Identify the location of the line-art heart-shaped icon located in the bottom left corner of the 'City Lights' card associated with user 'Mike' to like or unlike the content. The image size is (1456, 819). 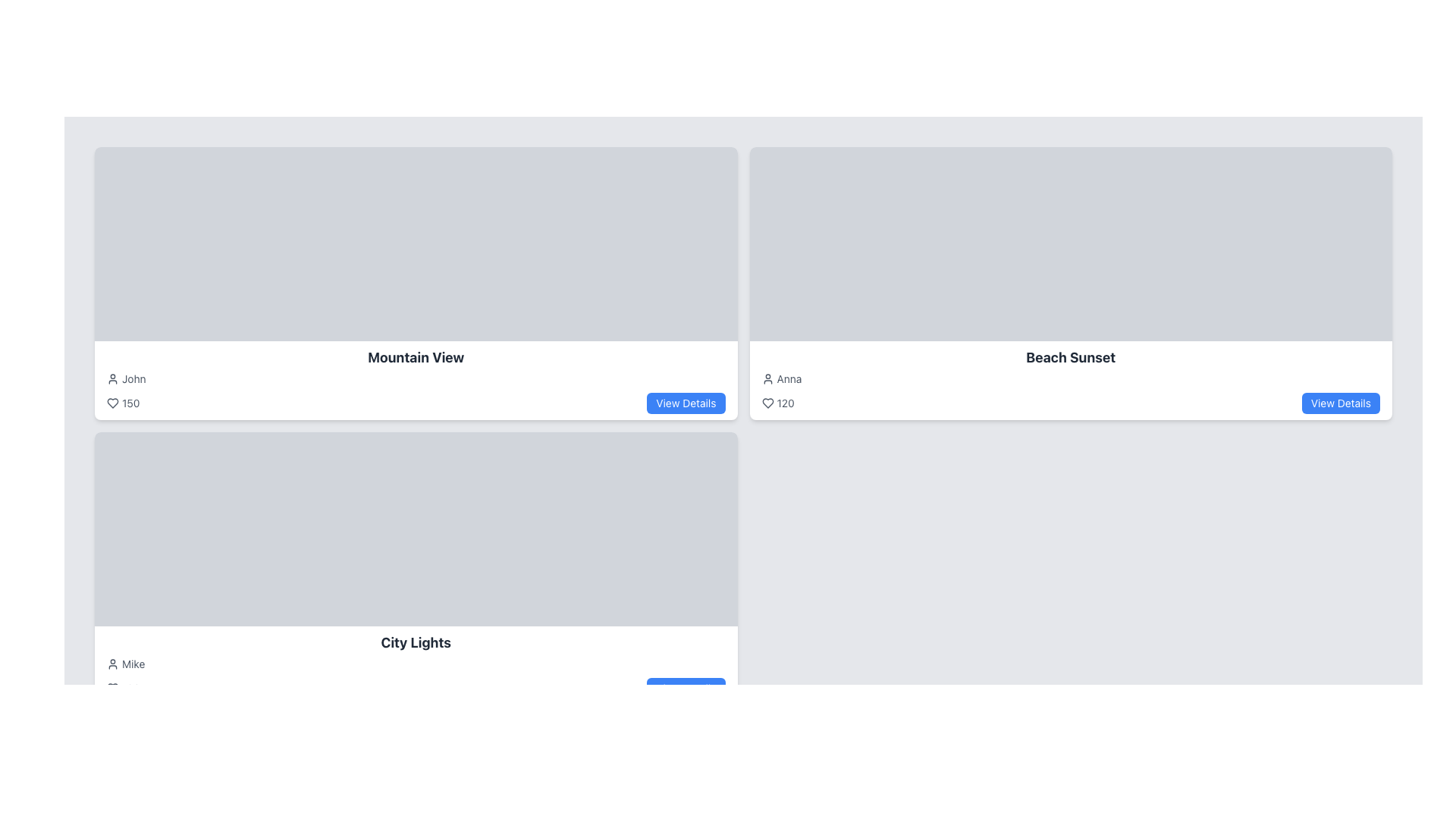
(111, 688).